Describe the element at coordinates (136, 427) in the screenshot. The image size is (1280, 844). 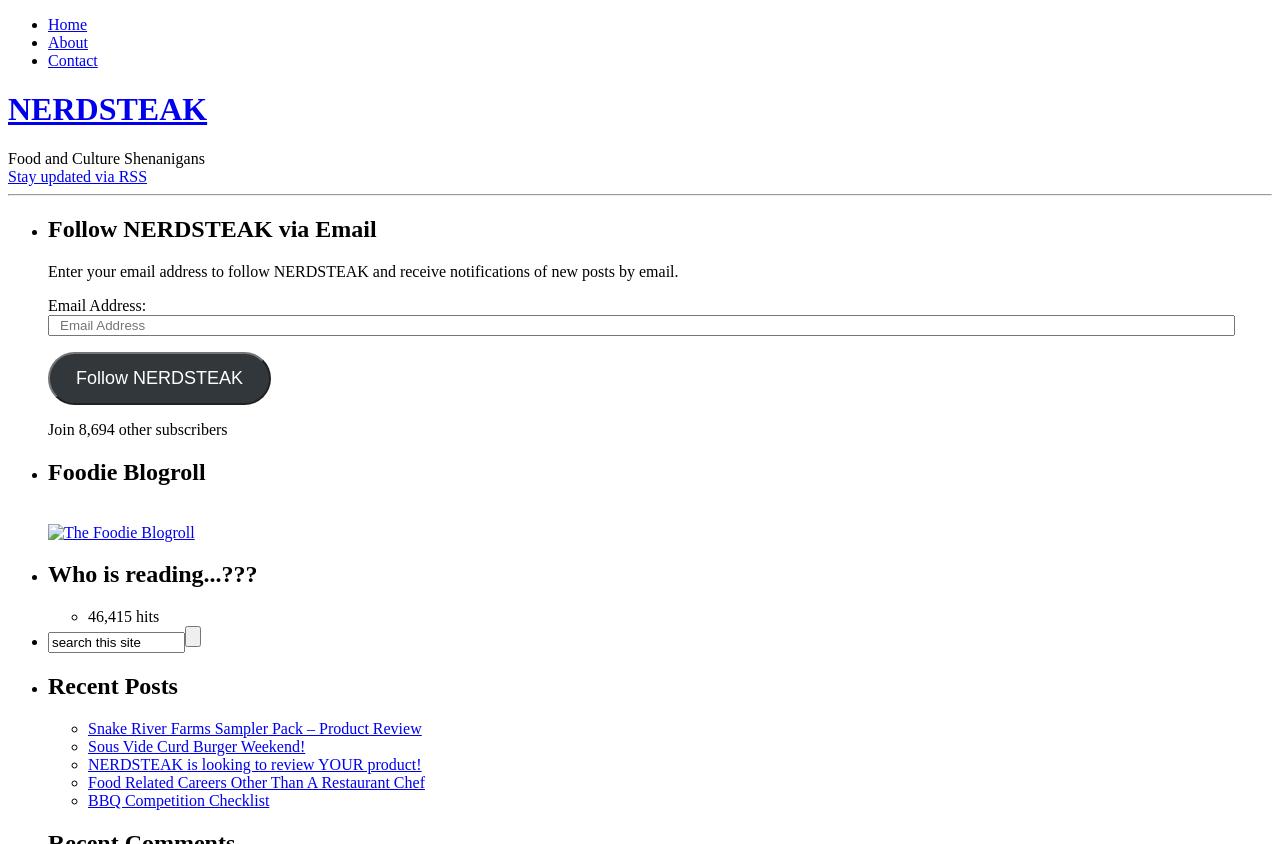
I see `'Join 8,694 other subscribers'` at that location.